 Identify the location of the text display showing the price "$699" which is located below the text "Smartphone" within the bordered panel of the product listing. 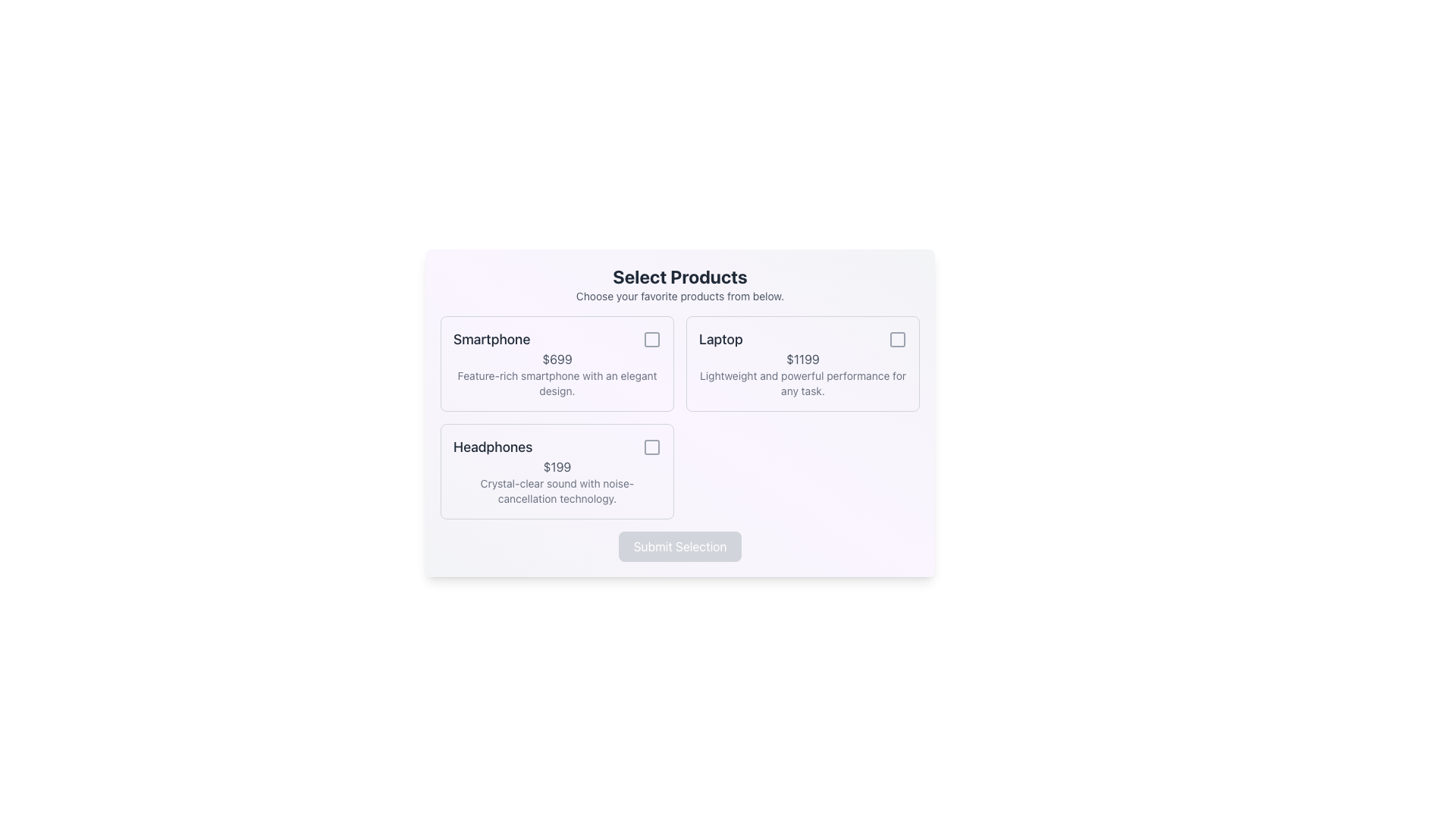
(556, 359).